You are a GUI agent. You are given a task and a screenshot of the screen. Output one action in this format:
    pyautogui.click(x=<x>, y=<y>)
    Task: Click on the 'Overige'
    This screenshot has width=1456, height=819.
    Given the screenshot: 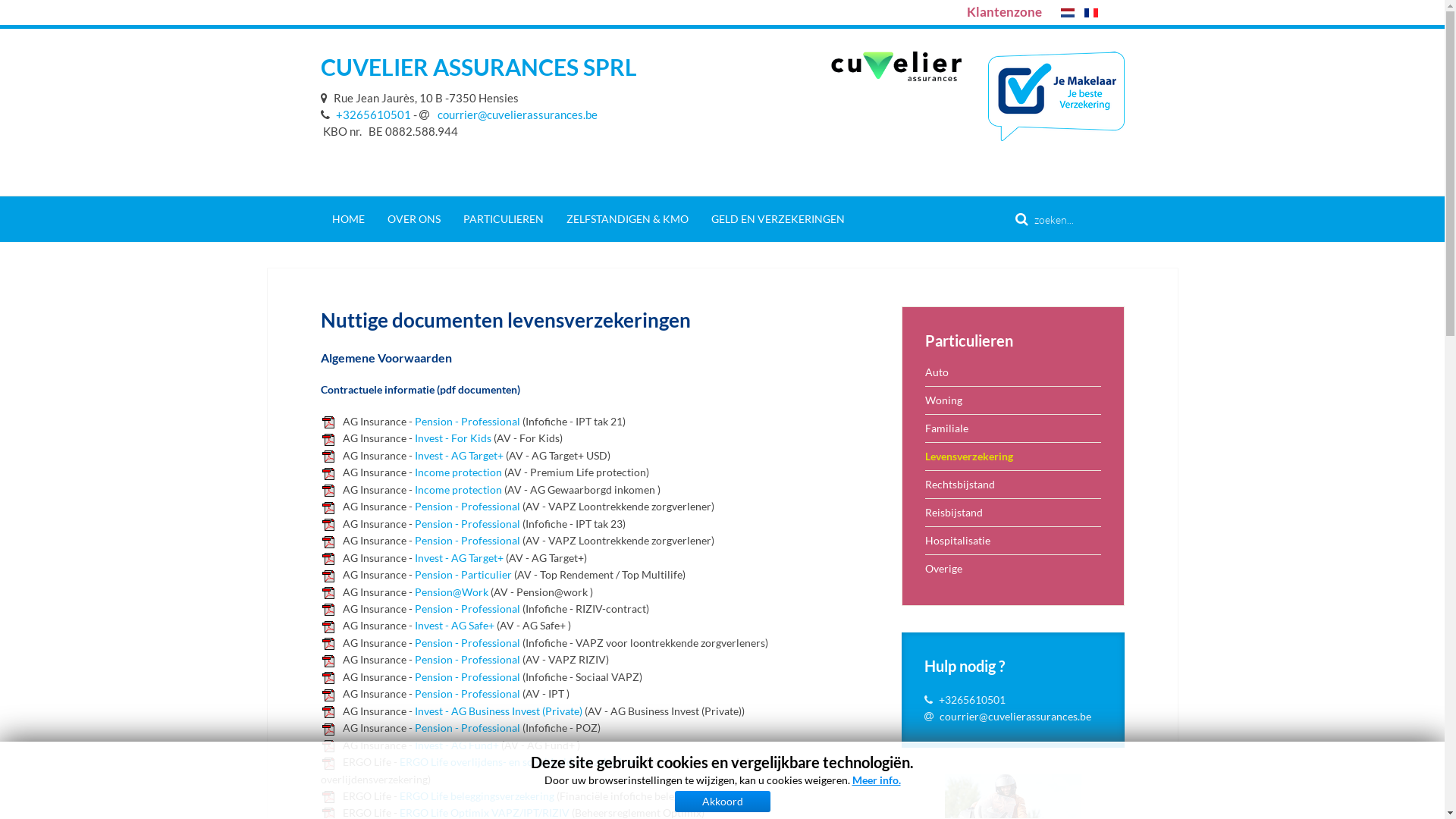 What is the action you would take?
    pyautogui.click(x=1012, y=568)
    